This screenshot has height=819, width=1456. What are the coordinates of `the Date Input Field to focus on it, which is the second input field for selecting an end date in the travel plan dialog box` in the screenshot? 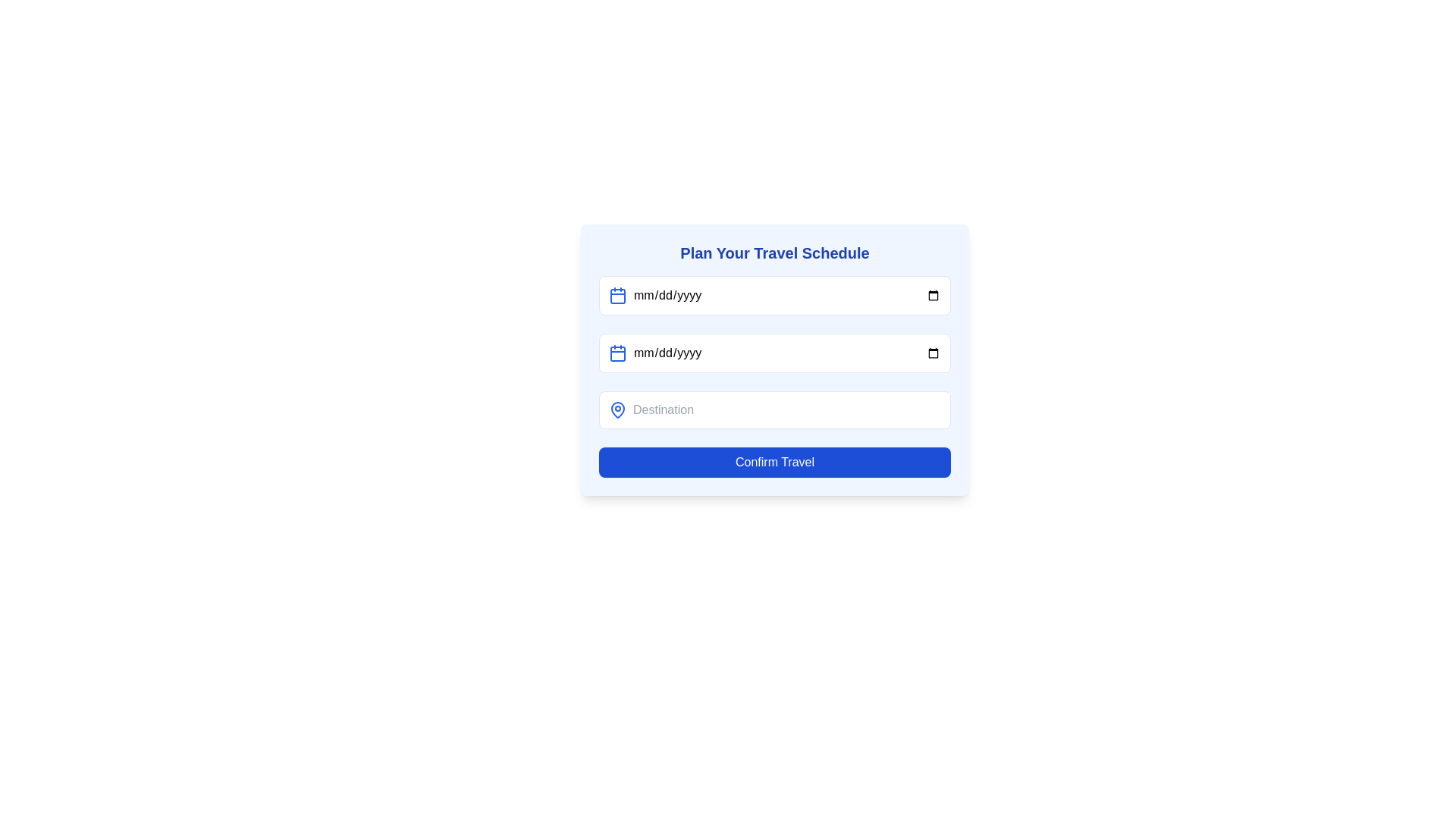 It's located at (775, 353).